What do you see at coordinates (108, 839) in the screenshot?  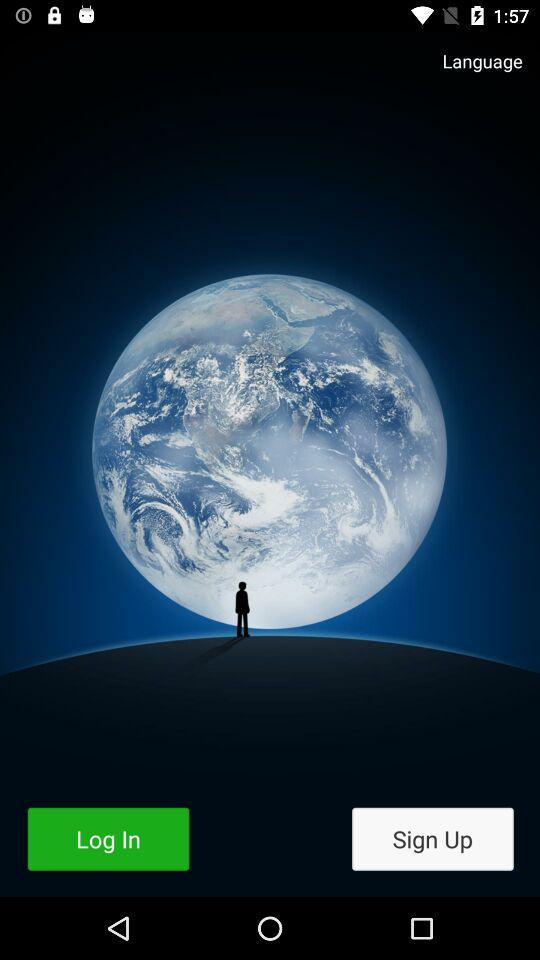 I see `the log in item` at bounding box center [108, 839].